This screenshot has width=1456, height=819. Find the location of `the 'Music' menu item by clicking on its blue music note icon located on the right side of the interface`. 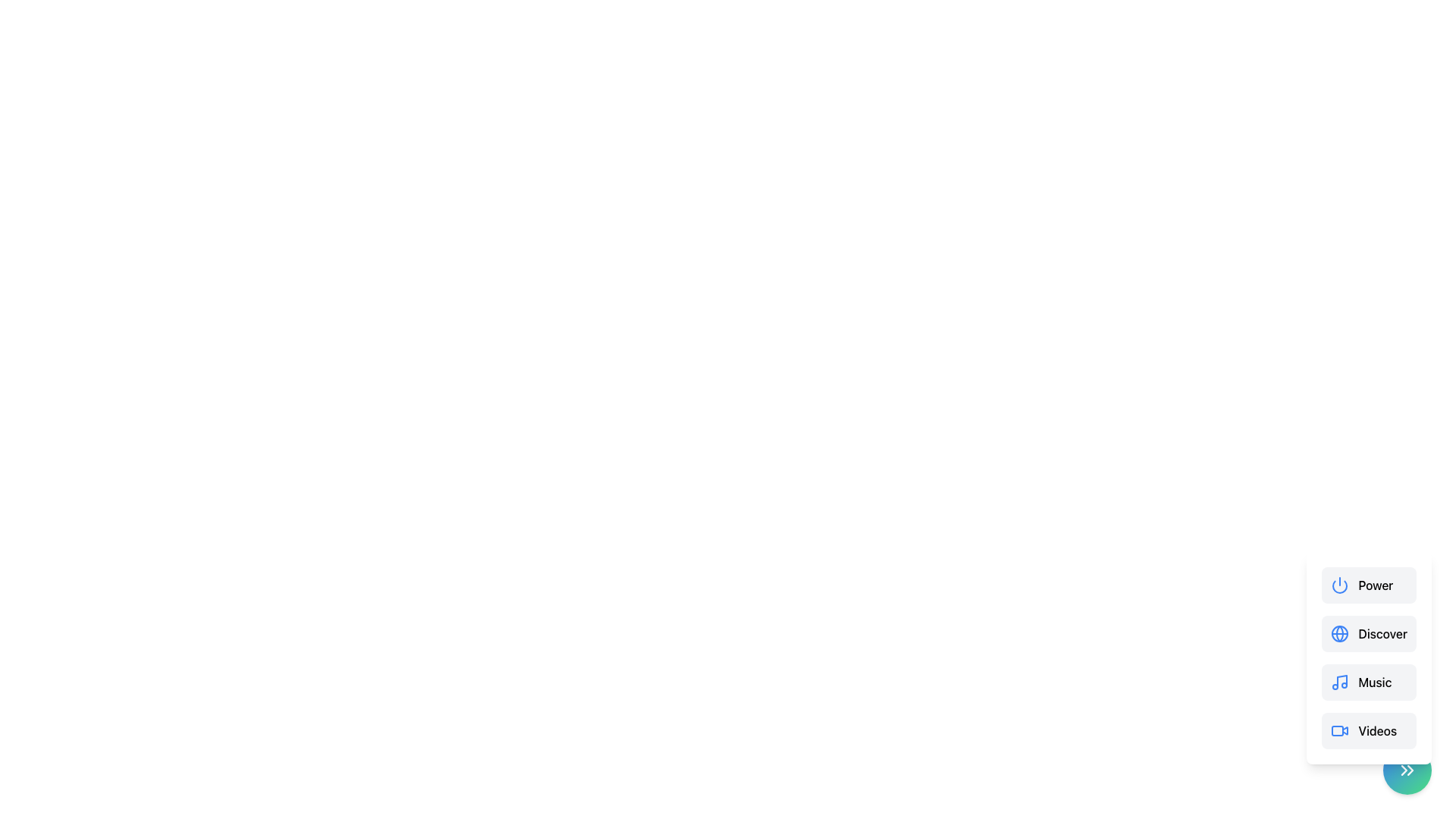

the 'Music' menu item by clicking on its blue music note icon located on the right side of the interface is located at coordinates (1340, 681).